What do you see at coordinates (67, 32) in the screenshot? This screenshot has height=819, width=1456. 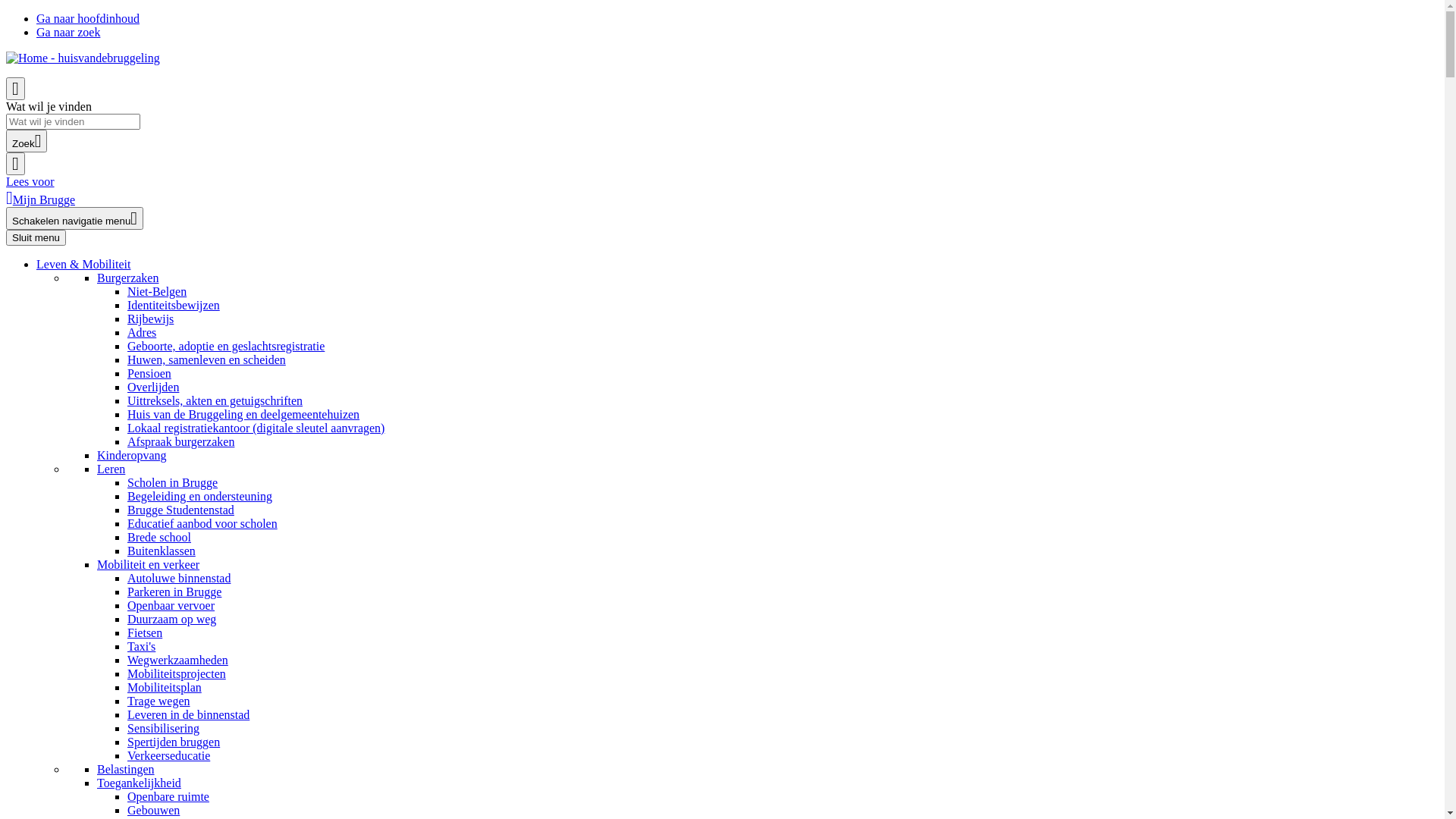 I see `'Ga naar zoek'` at bounding box center [67, 32].